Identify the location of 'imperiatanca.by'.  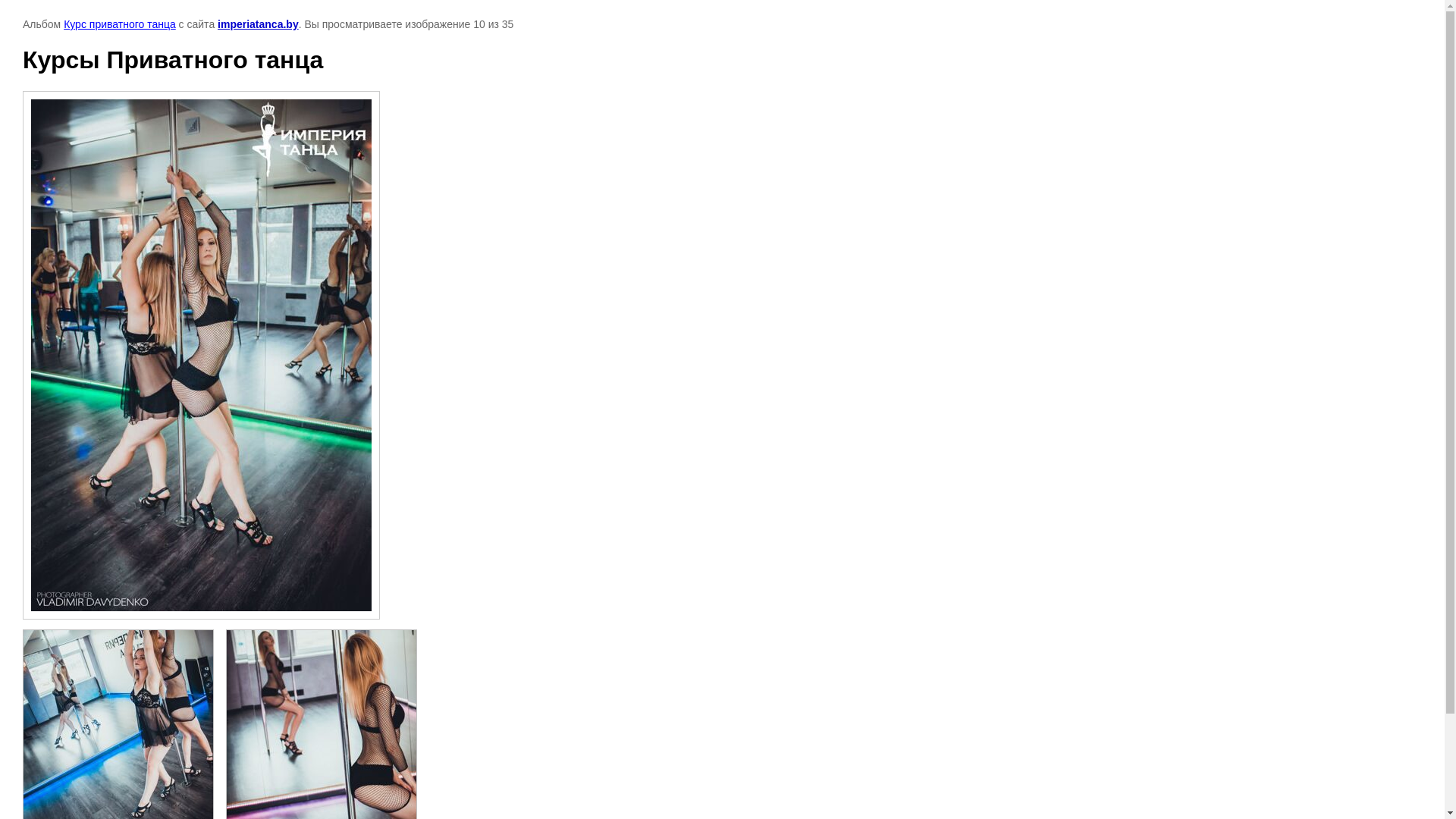
(217, 24).